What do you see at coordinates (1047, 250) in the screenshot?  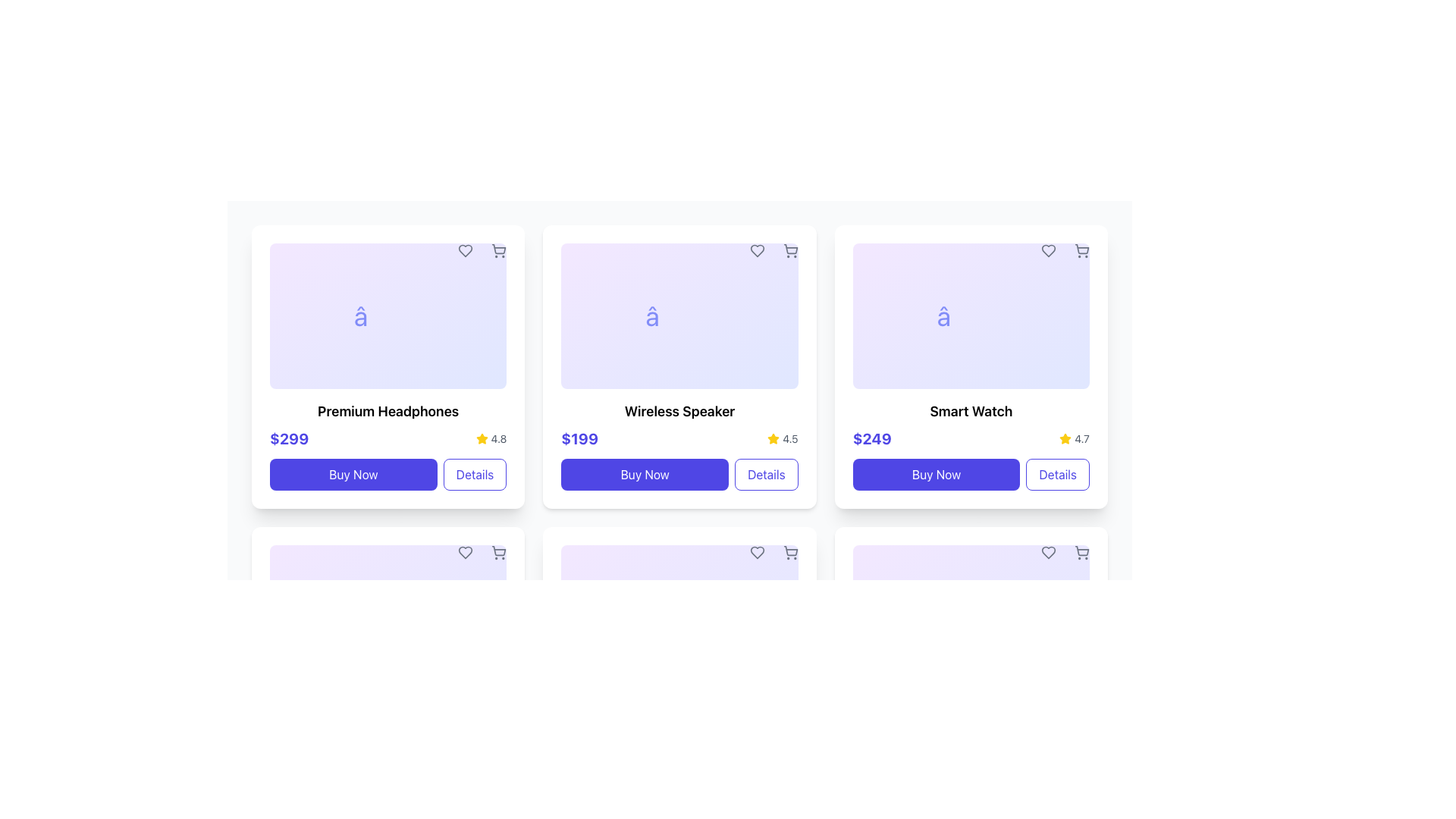 I see `the heart icon located at the top-right corner of the 'Smart Watch' product card to favorite or unfavorite the item` at bounding box center [1047, 250].